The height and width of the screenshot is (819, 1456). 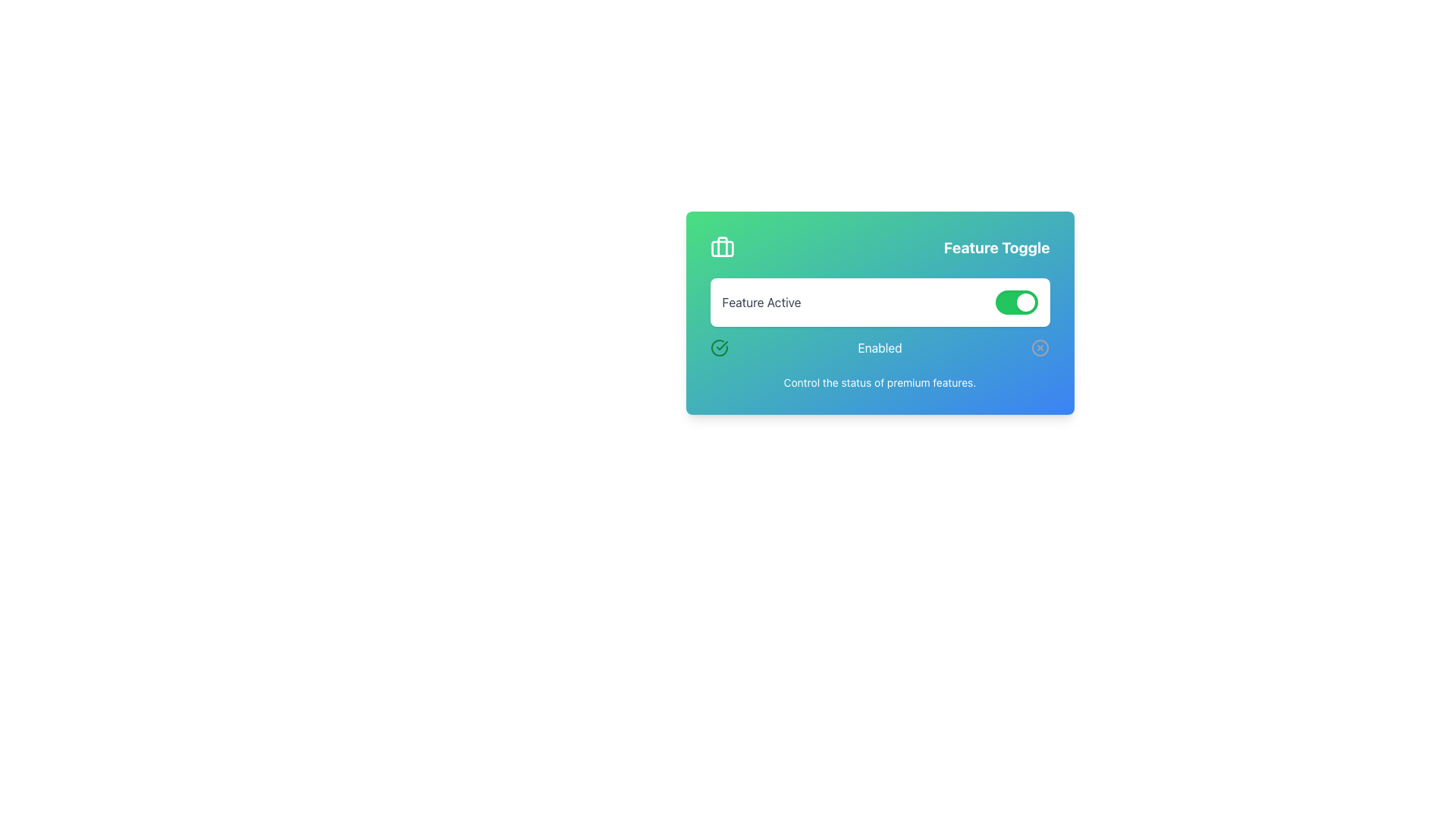 What do you see at coordinates (880, 348) in the screenshot?
I see `the Text Label that indicates the enabled state of a feature, positioned between a green checkmark icon and a gray cross icon` at bounding box center [880, 348].